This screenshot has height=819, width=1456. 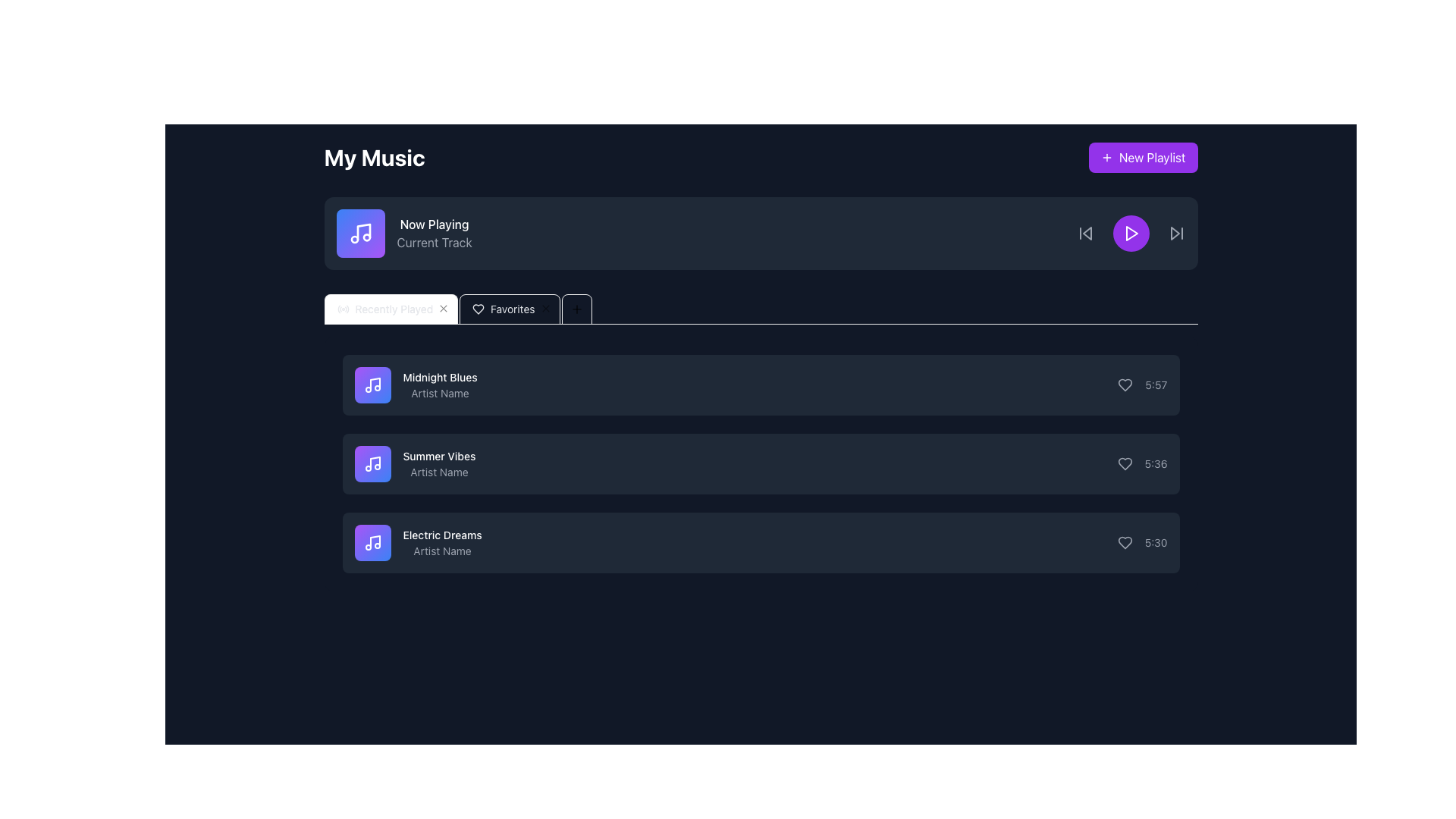 I want to click on the text element displaying the song name 'Summer Vibes' by 'Artist Name', located on the third row in the music browsing interface, so click(x=438, y=463).